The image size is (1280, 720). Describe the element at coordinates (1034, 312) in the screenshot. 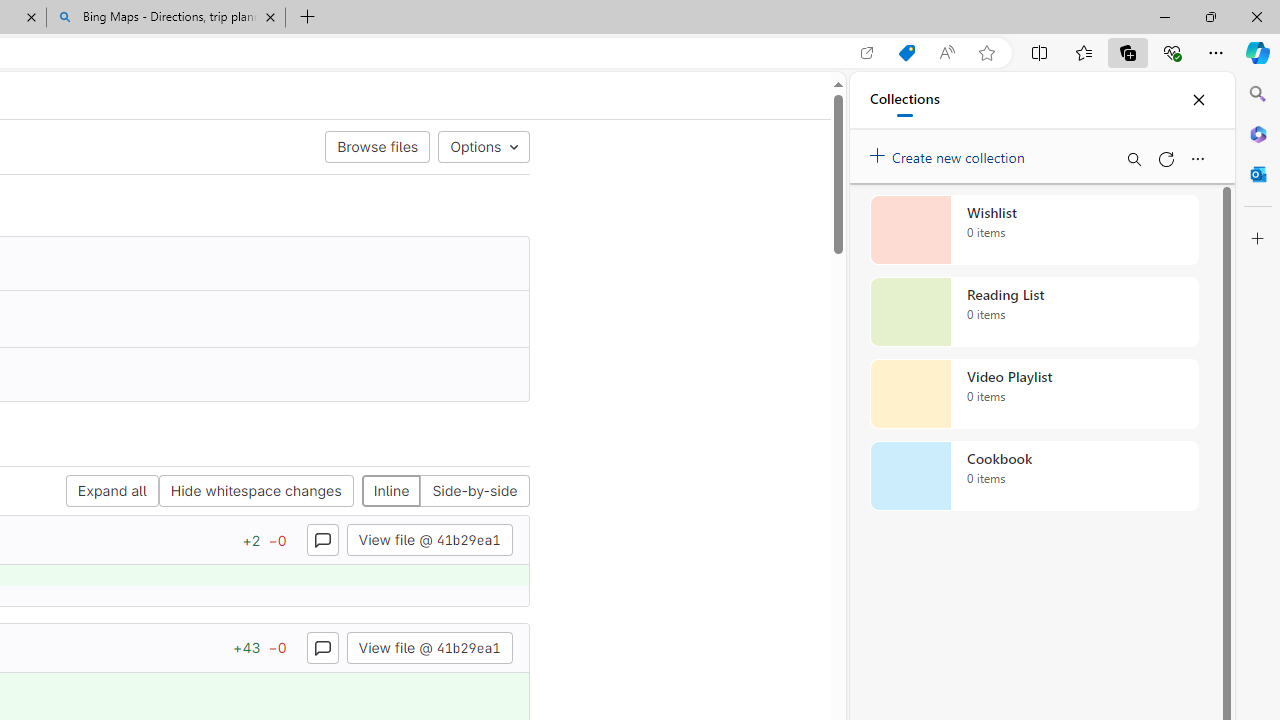

I see `'Reading List collection, 0 items'` at that location.